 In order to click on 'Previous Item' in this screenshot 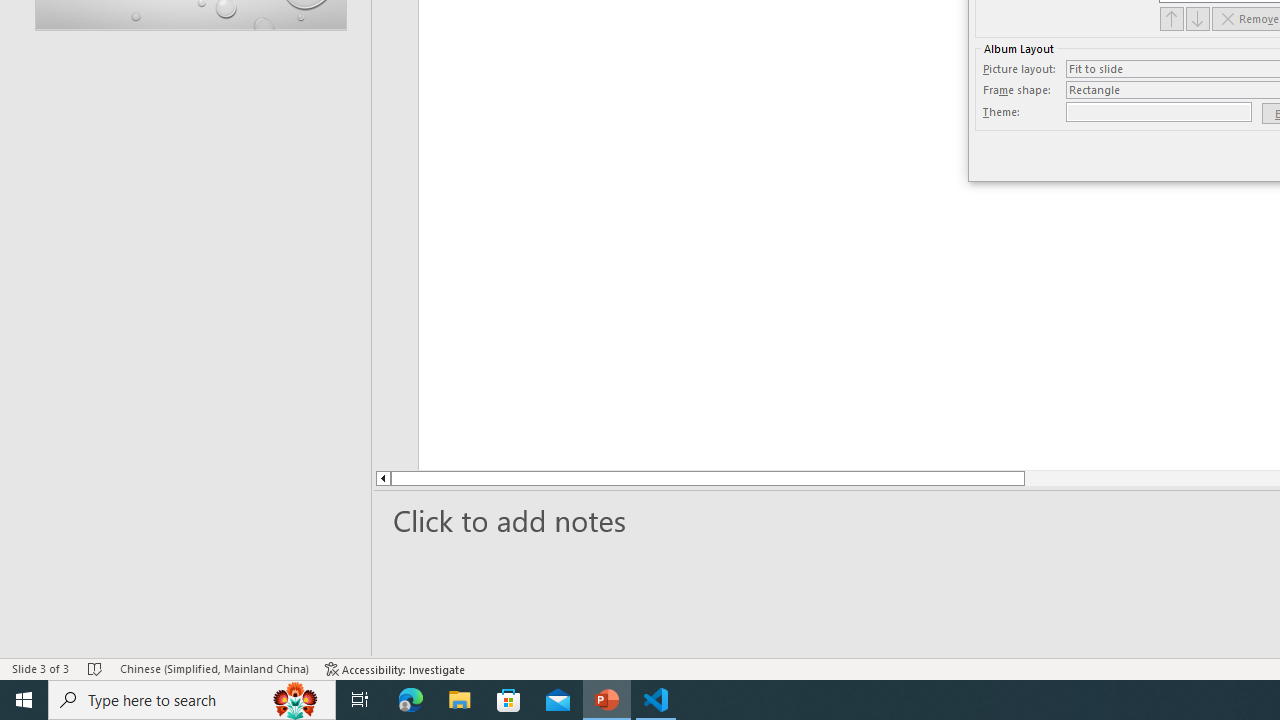, I will do `click(1171, 18)`.